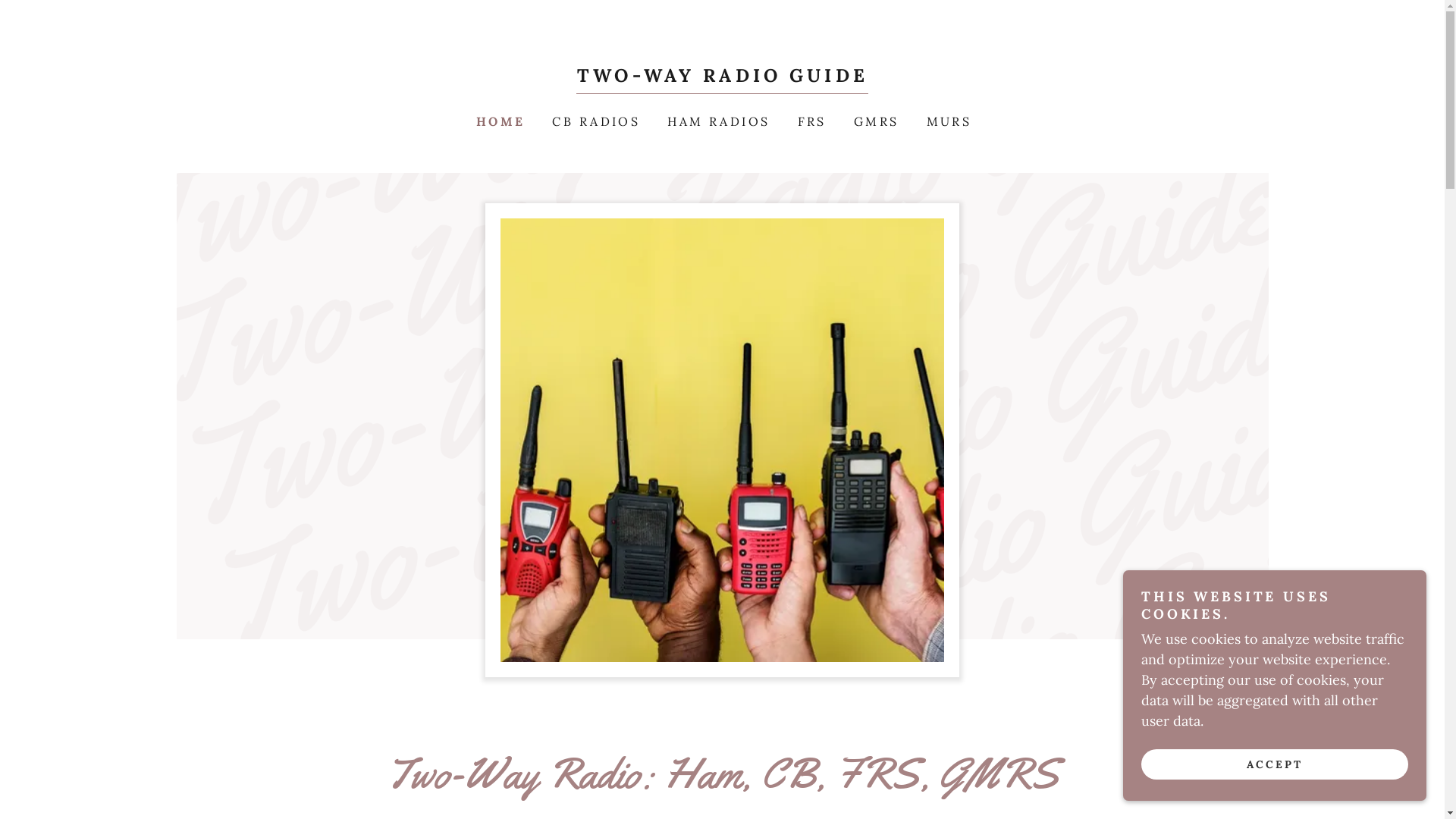 This screenshot has height=819, width=1456. What do you see at coordinates (593, 120) in the screenshot?
I see `'CB RADIOS'` at bounding box center [593, 120].